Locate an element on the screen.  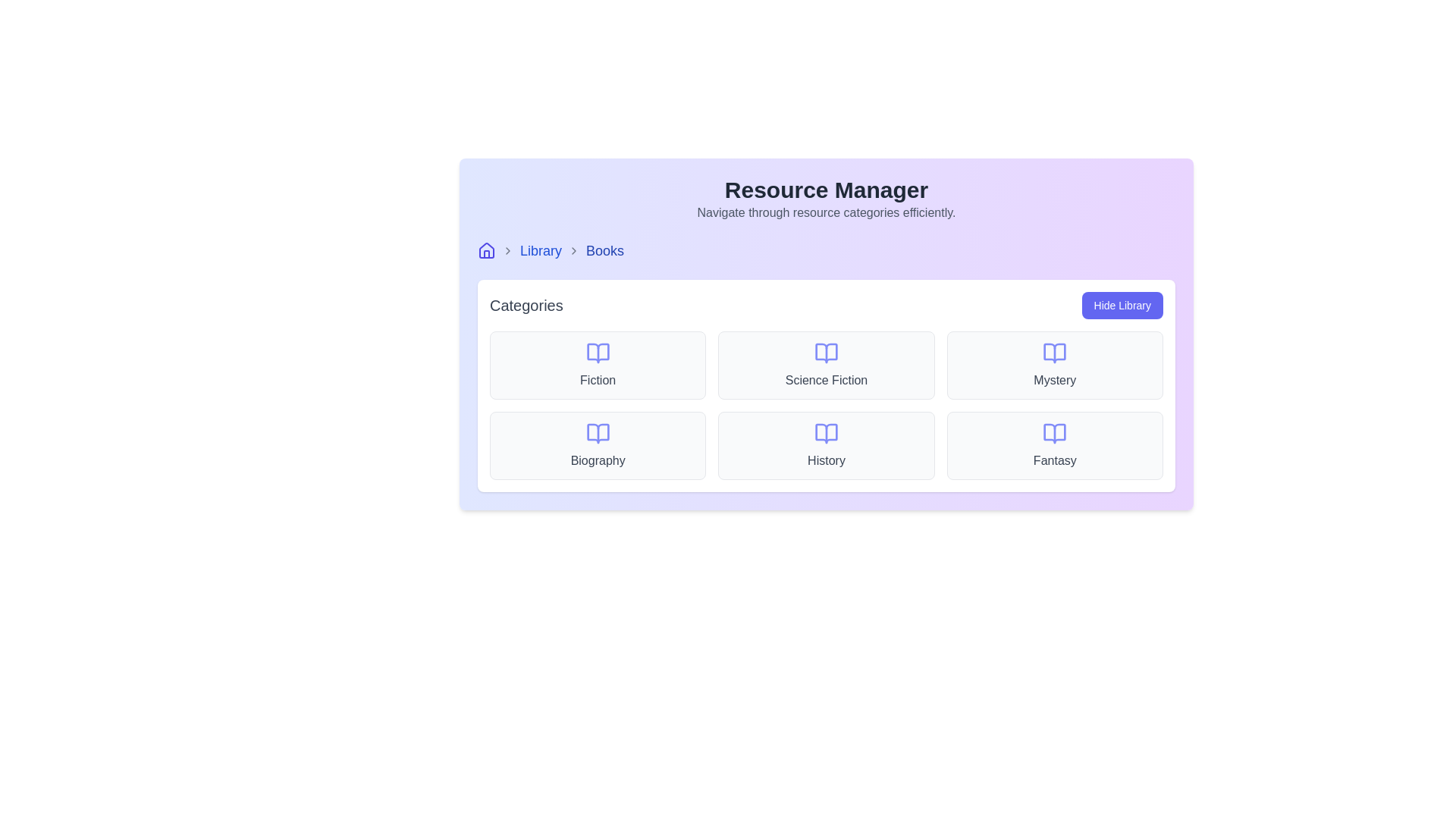
the 'Fantasy' category label located at the bottom-right corner of the category grid, beneath its associated icon is located at coordinates (1054, 460).